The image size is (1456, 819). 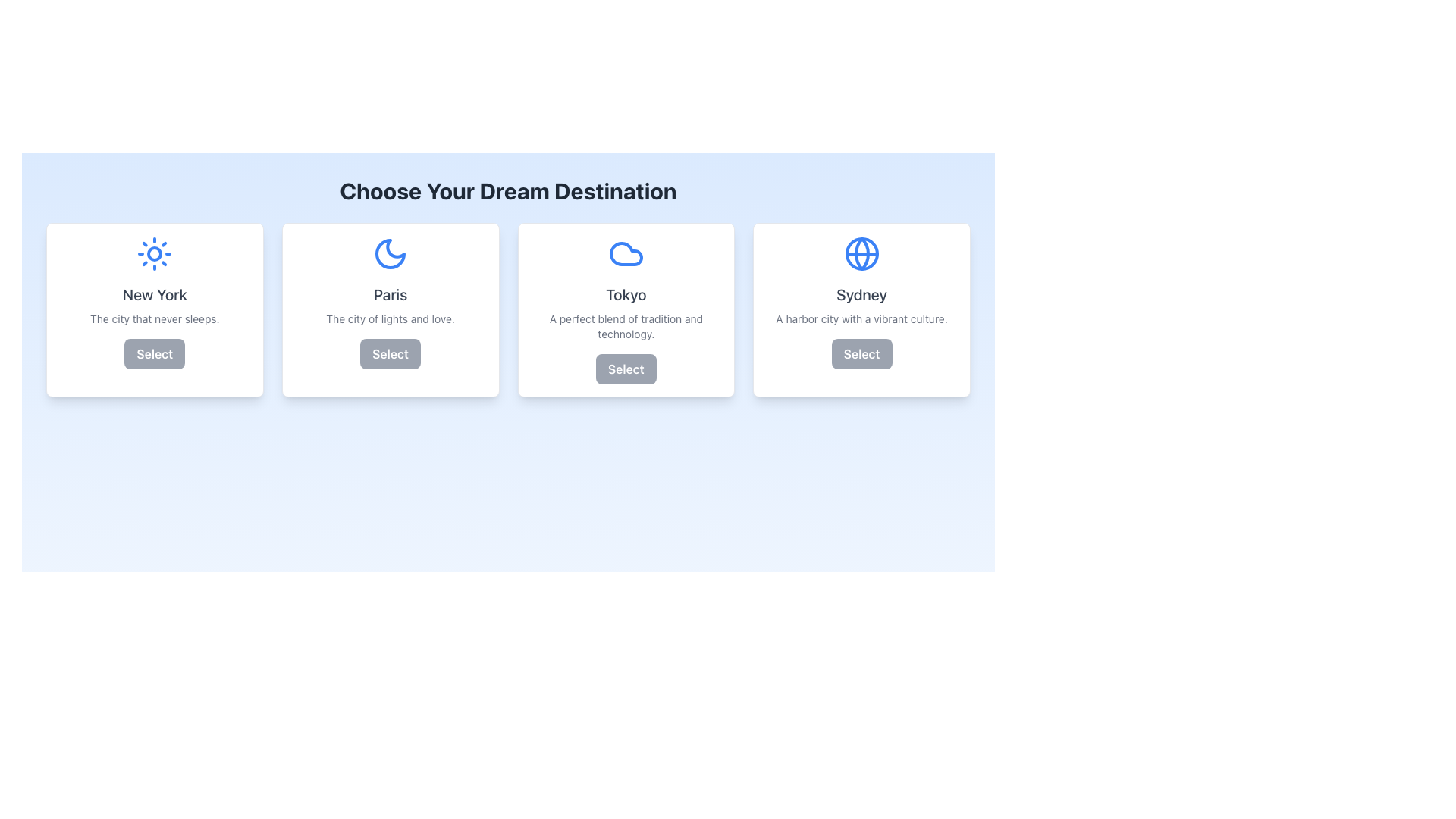 I want to click on the 'Select' button with rounded corners located centrally within the 'New York' card, below the descriptive text 'The city that never sleeps.', so click(x=155, y=353).